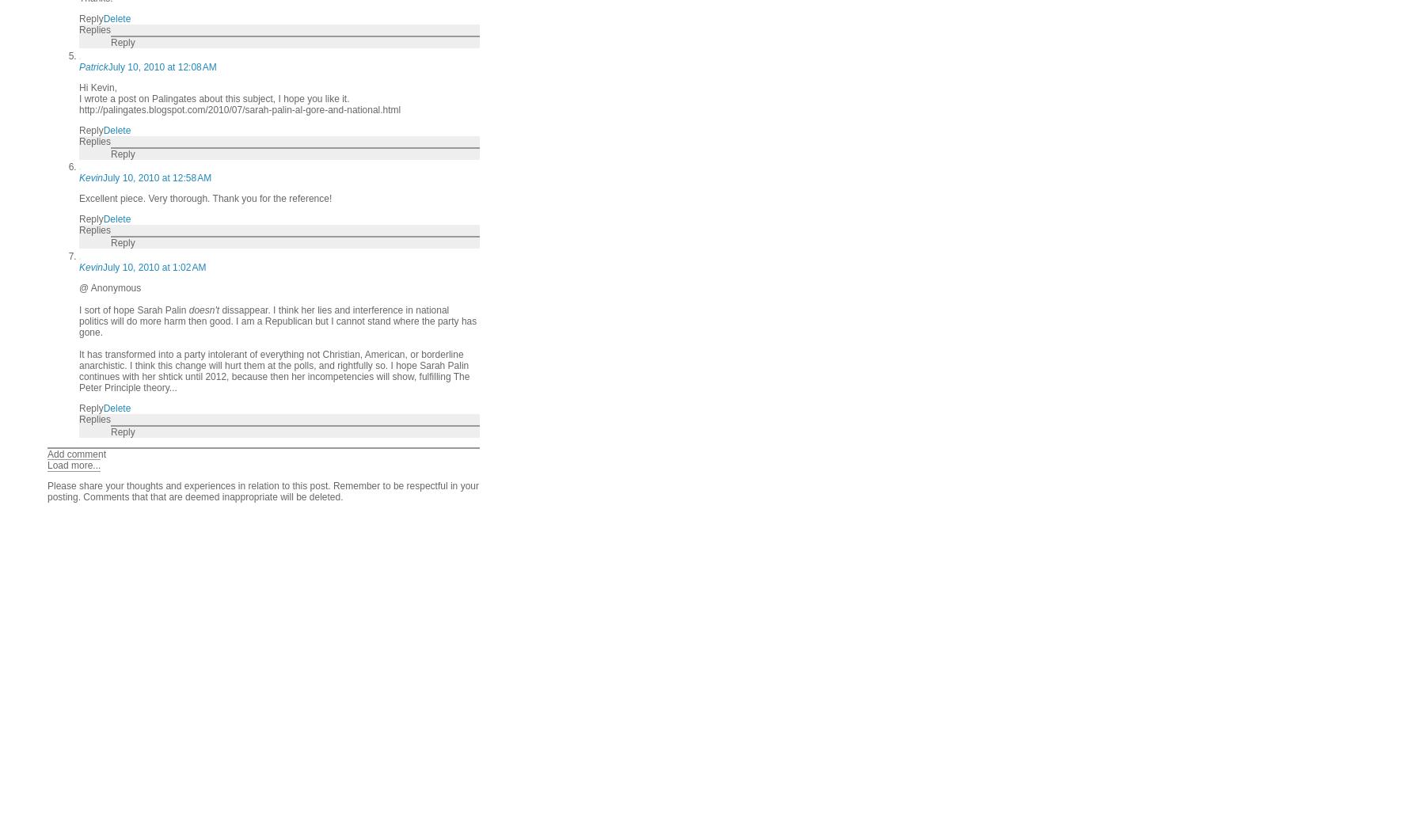  I want to click on 'Excellent piece.  Very thorough.  Thank you for the reference!', so click(204, 198).